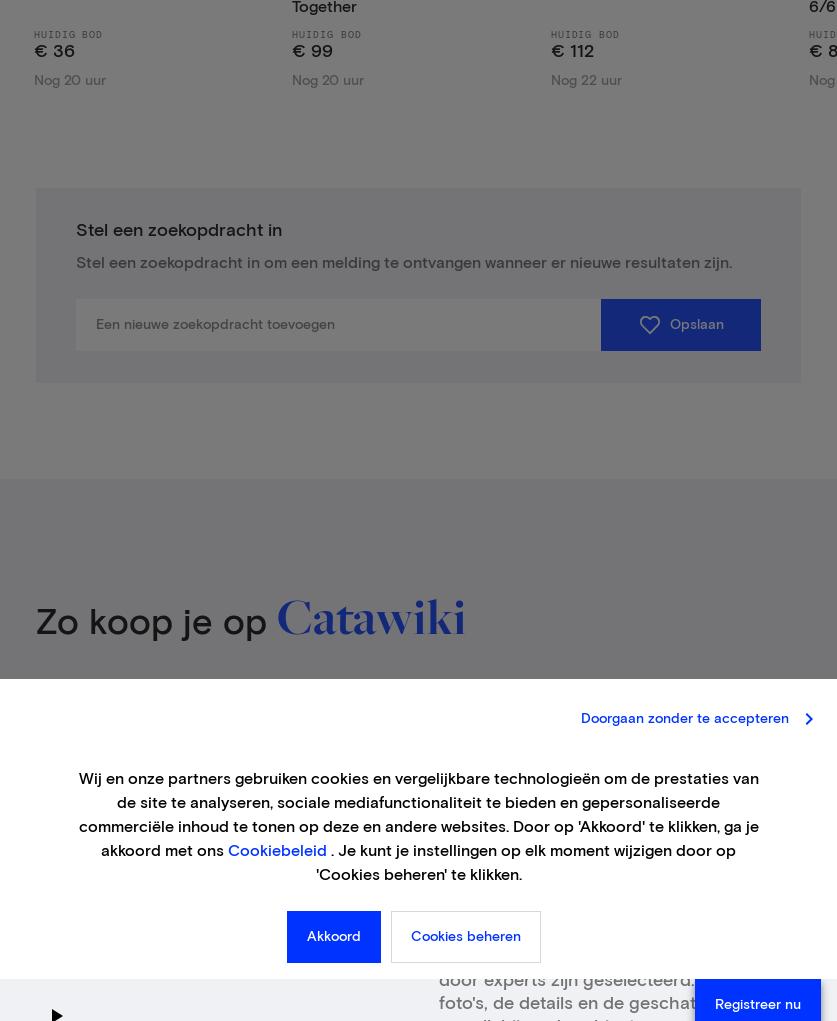 The image size is (837, 1021). Describe the element at coordinates (451, 851) in the screenshot. I see `'1.'` at that location.